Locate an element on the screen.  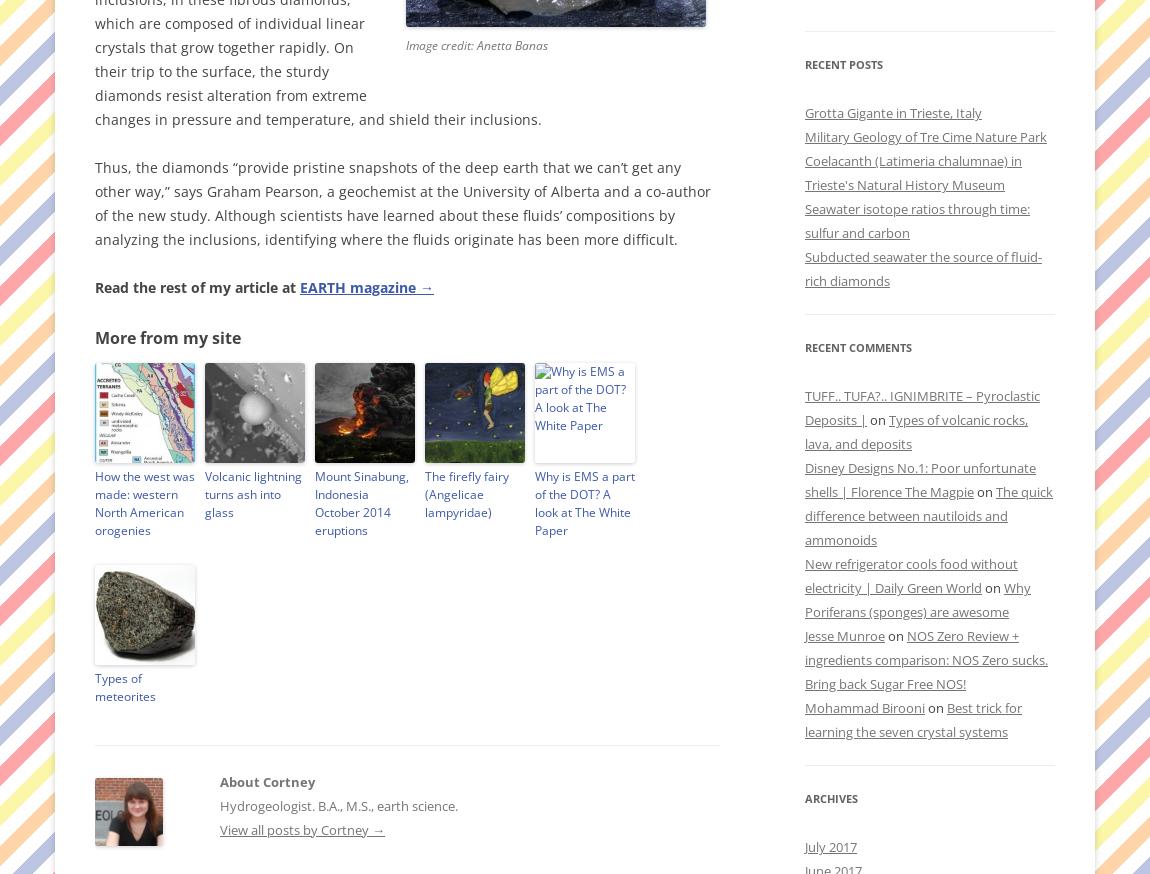
'The quick difference between nautiloids and ammonoids' is located at coordinates (928, 516).